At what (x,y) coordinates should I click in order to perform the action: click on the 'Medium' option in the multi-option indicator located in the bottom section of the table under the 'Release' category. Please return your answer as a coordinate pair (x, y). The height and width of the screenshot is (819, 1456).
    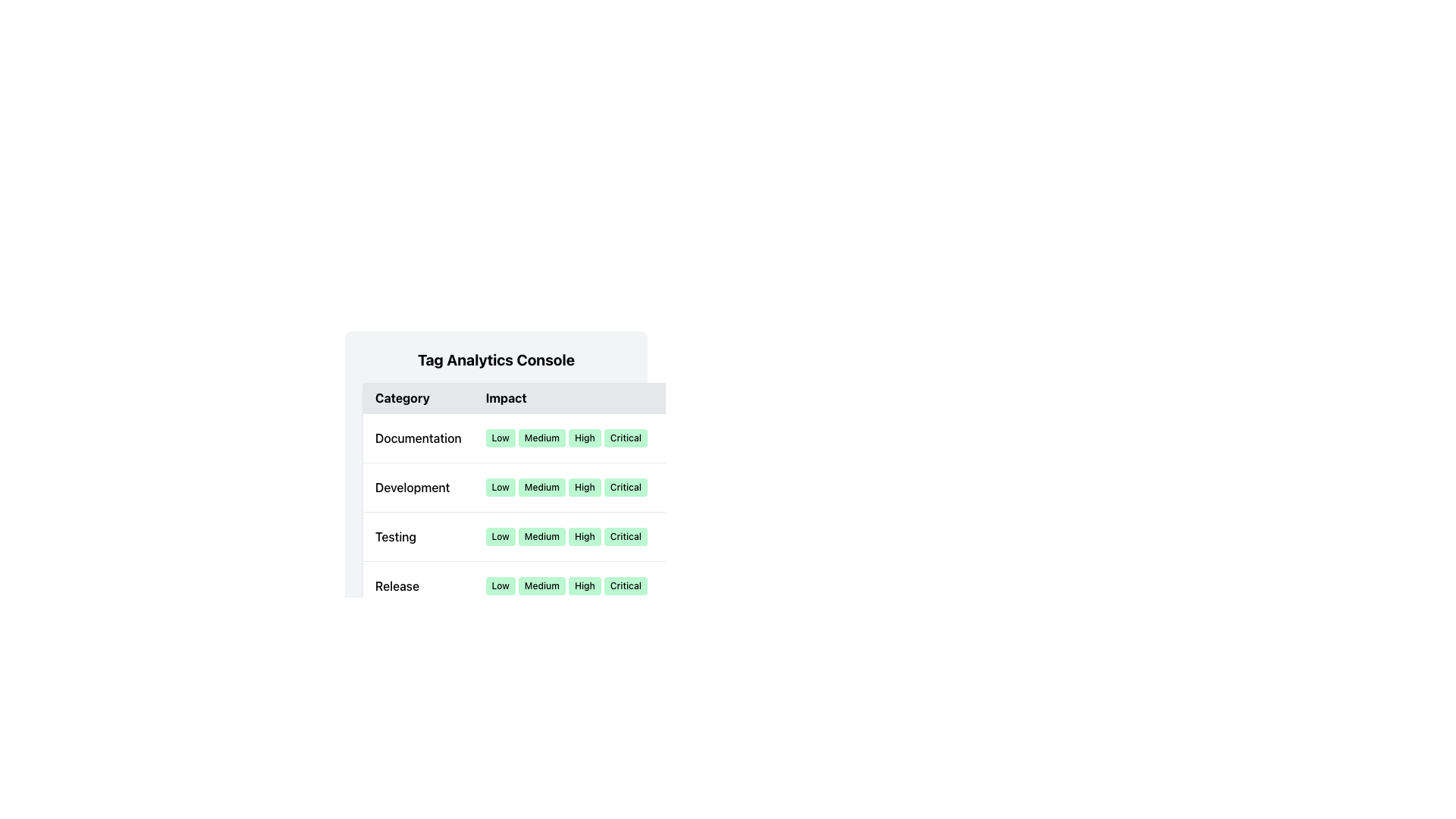
    Looking at the image, I should click on (545, 585).